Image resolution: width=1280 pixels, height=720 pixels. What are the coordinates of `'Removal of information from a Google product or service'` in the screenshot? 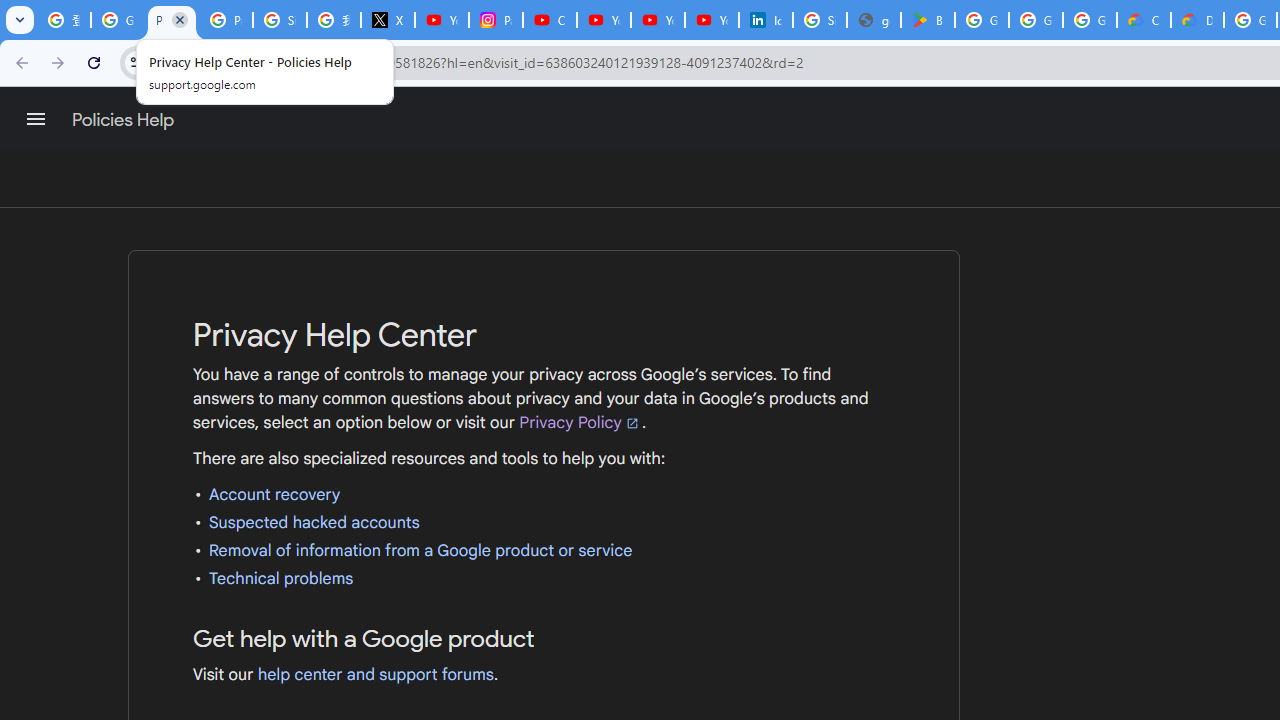 It's located at (420, 550).